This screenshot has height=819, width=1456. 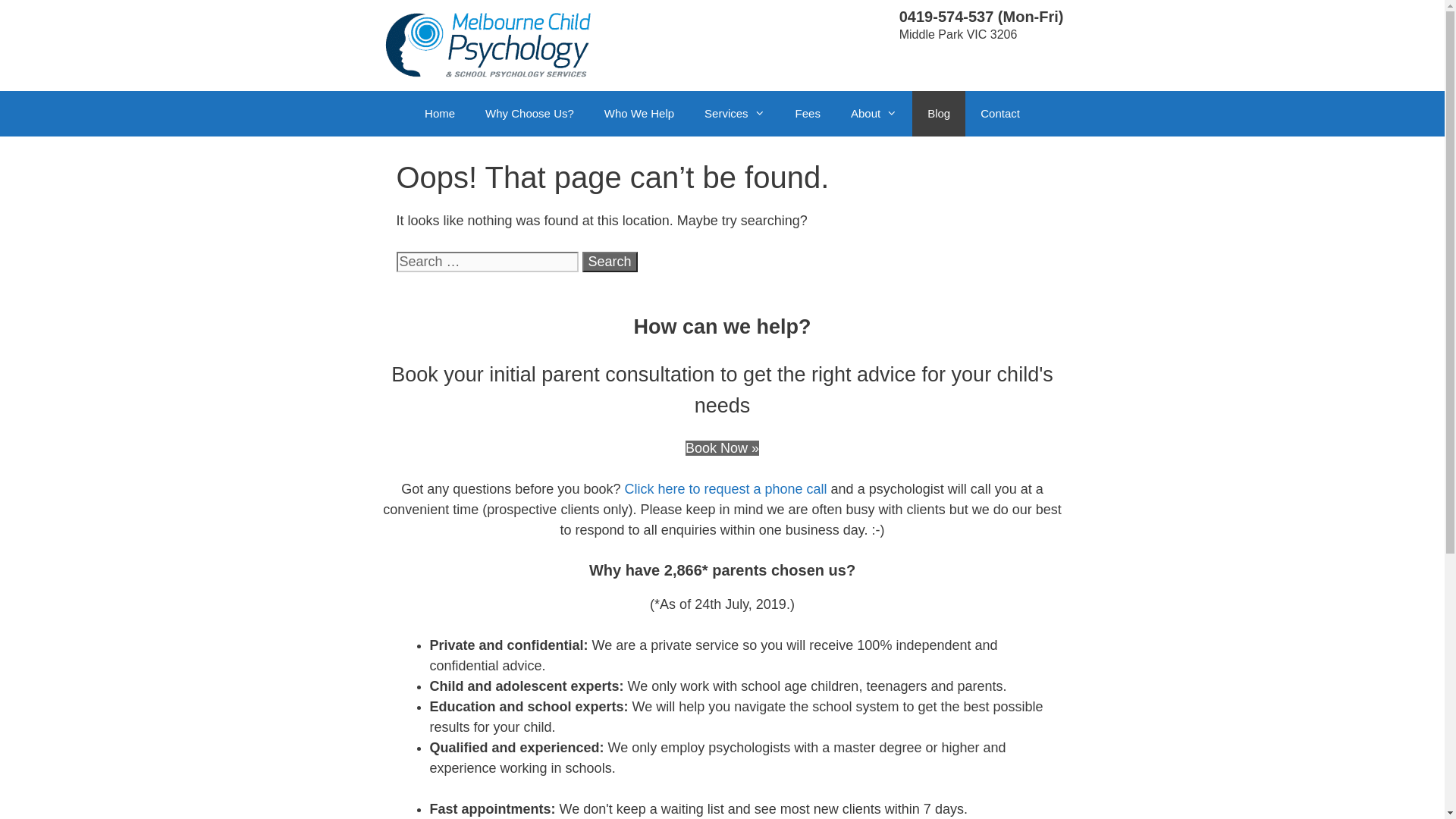 What do you see at coordinates (623, 488) in the screenshot?
I see `'Click here to request a phone call'` at bounding box center [623, 488].